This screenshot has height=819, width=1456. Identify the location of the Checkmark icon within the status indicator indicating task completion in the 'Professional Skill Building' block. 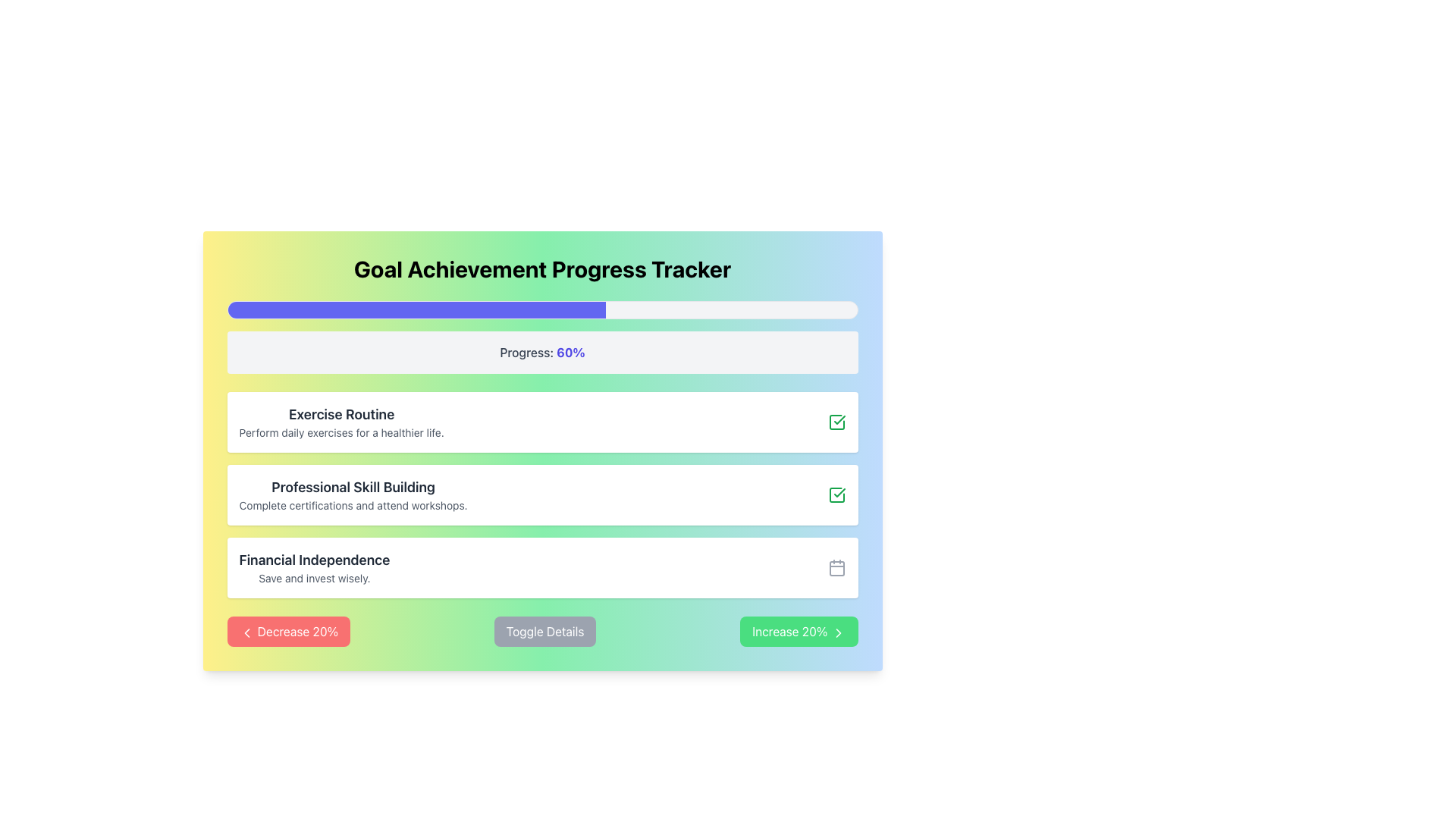
(839, 420).